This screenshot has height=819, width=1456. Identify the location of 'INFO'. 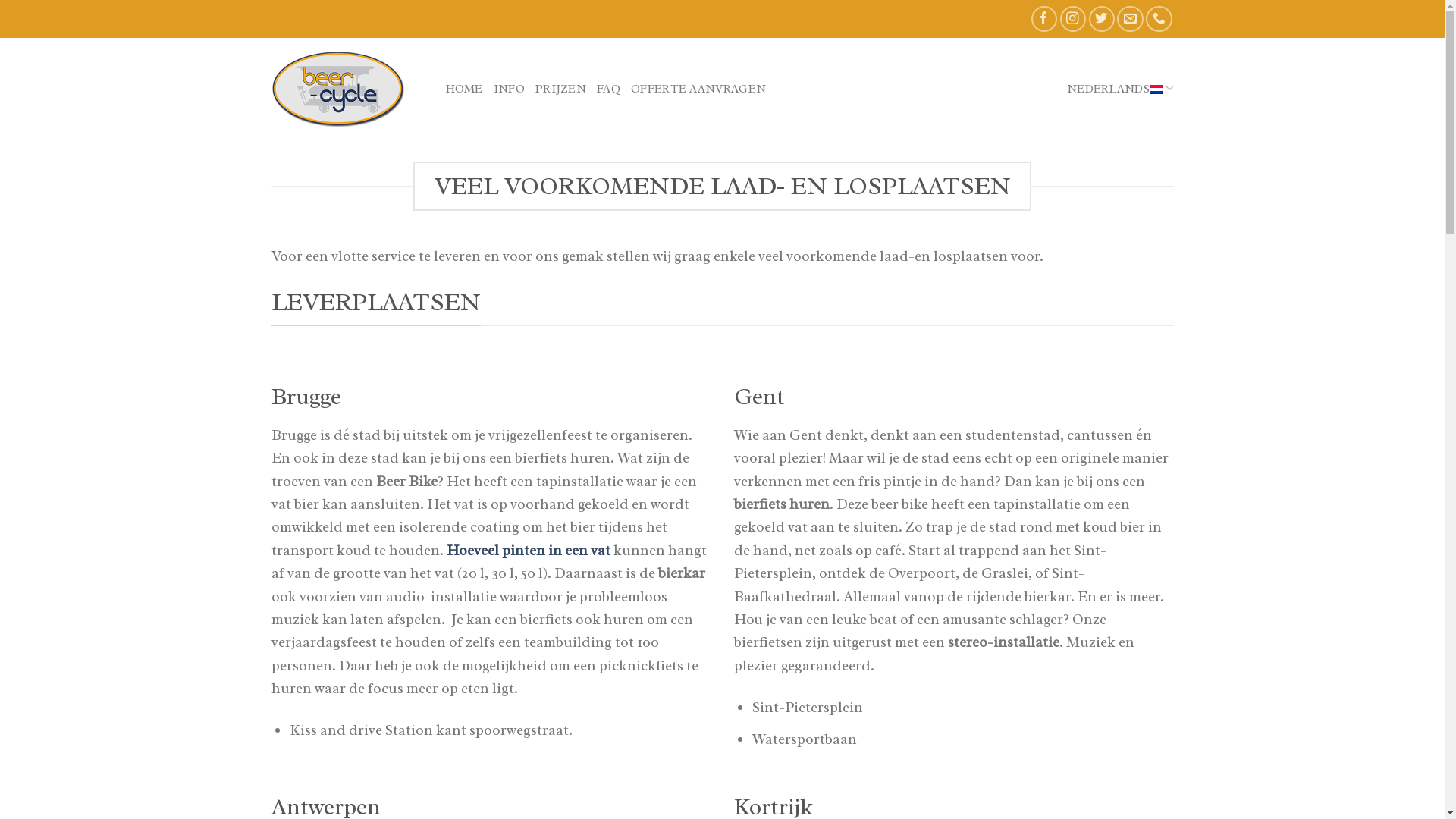
(509, 87).